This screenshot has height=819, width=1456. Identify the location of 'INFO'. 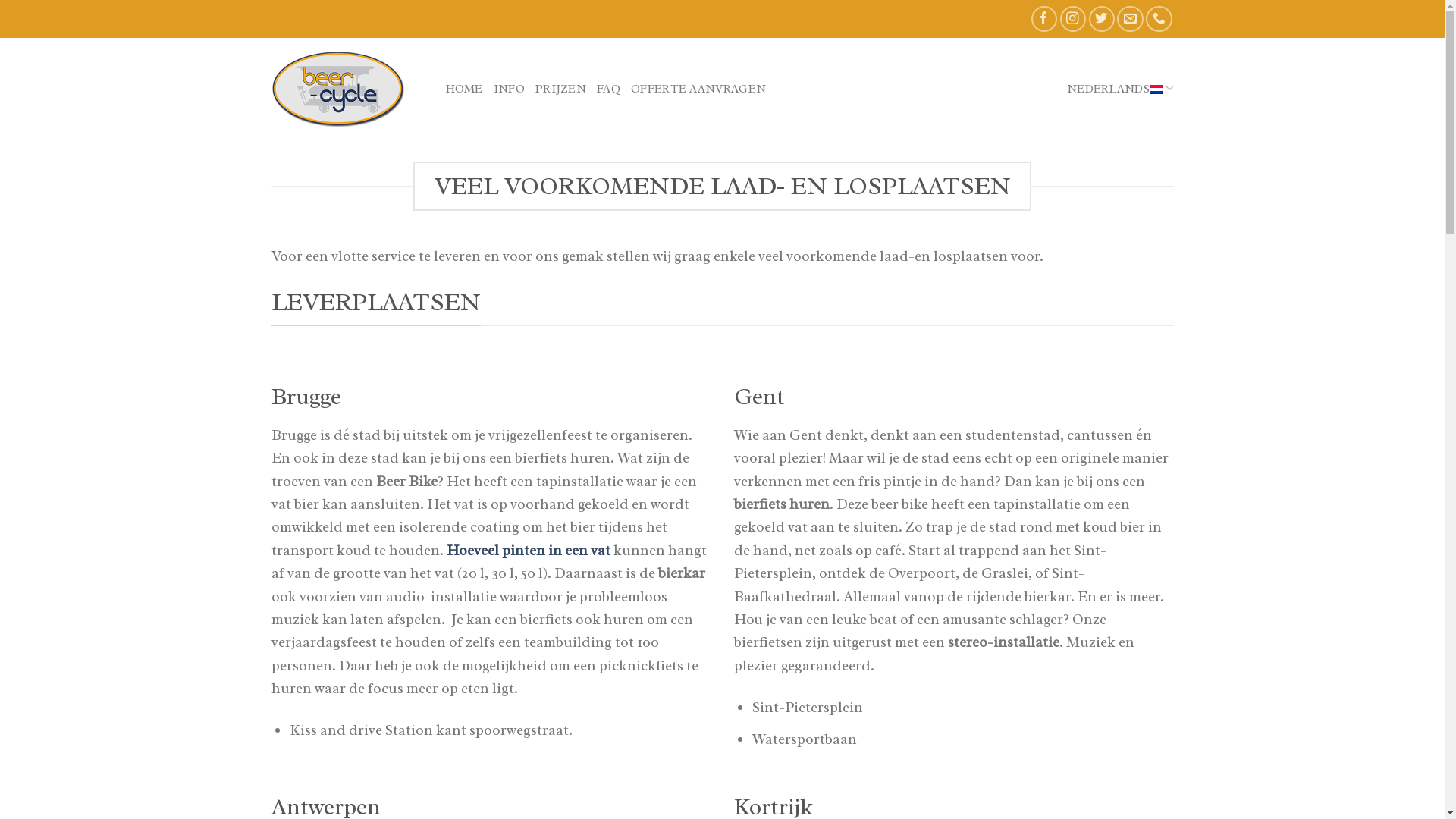
(509, 87).